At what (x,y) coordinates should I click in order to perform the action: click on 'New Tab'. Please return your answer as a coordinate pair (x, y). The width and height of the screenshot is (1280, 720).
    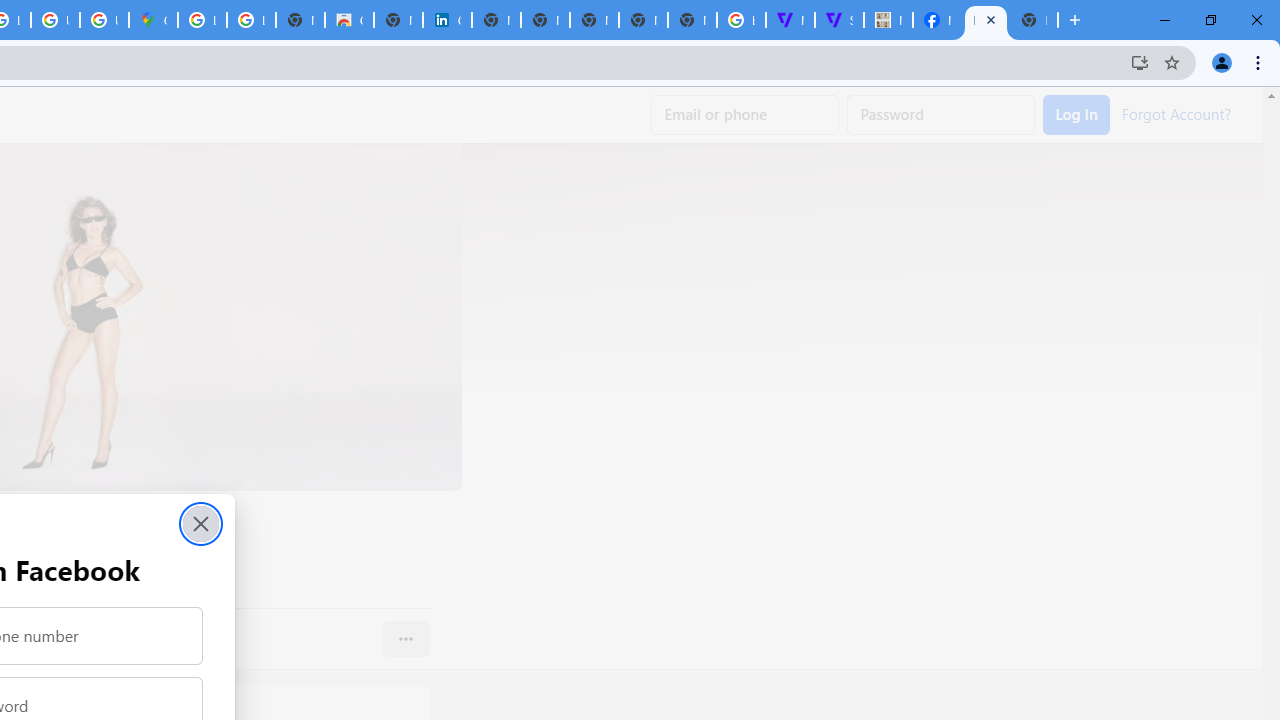
    Looking at the image, I should click on (1034, 20).